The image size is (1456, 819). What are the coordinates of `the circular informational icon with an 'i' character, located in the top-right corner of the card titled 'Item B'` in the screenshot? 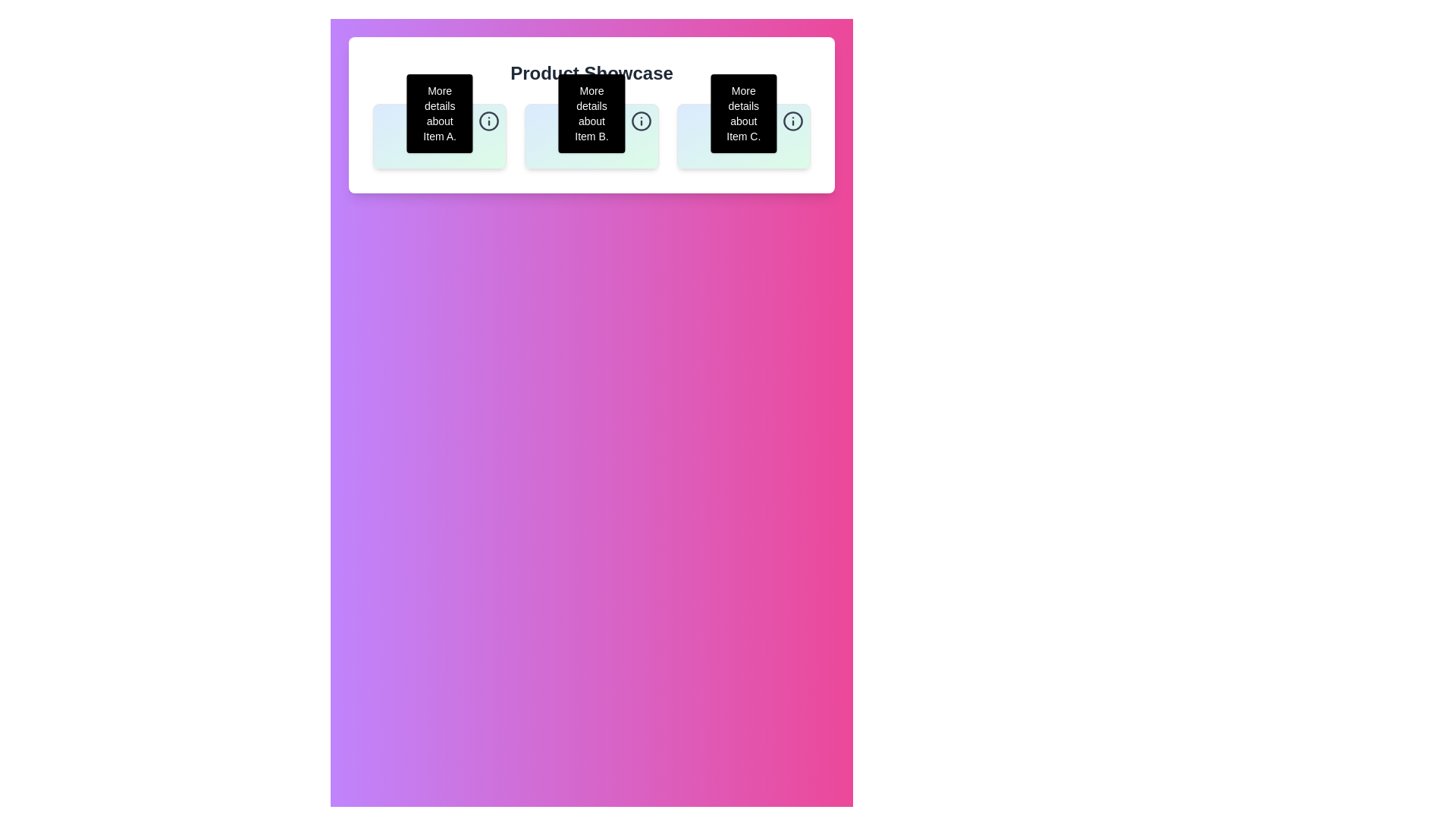 It's located at (641, 120).